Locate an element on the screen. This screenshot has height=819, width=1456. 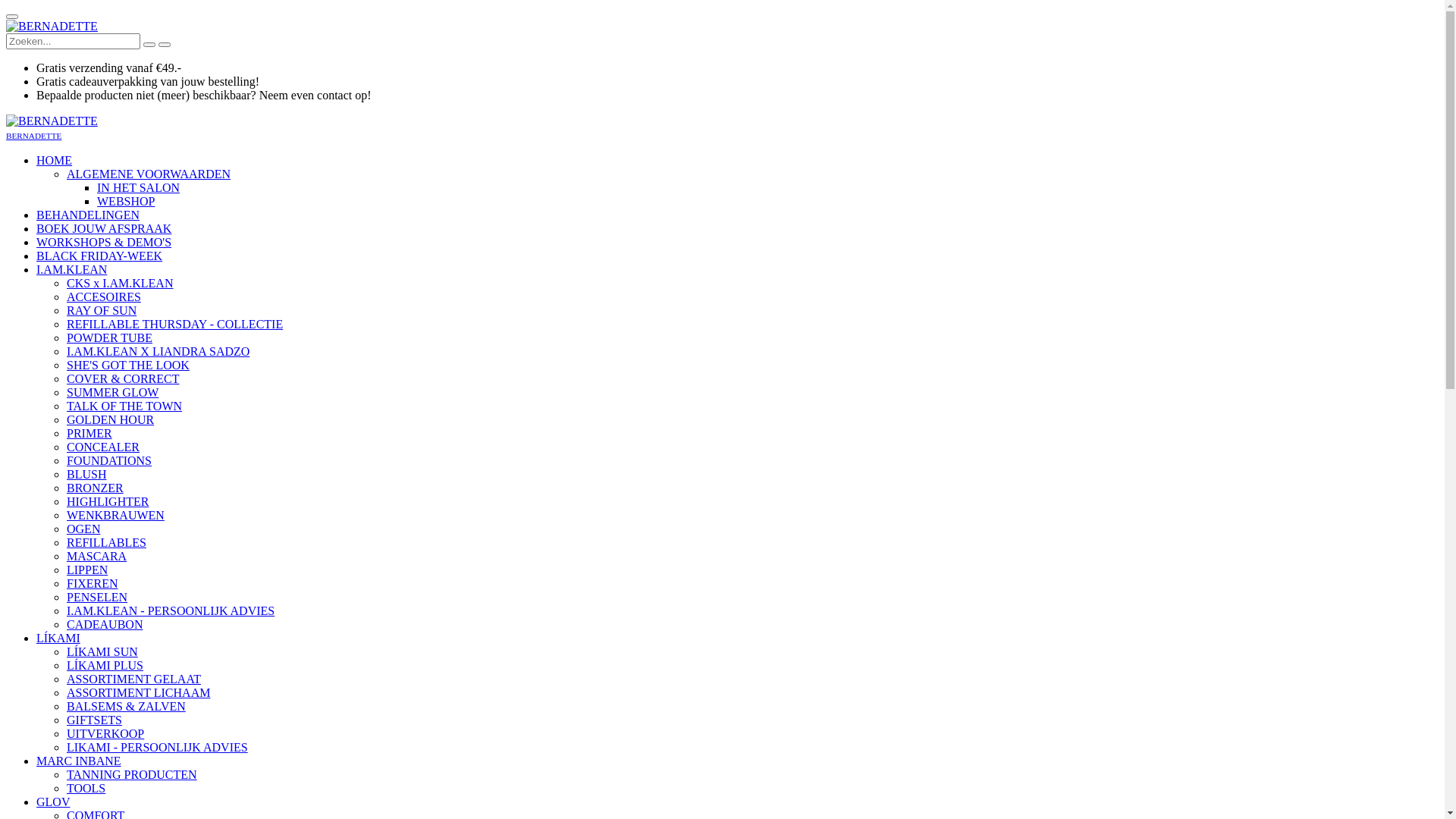
'GLOV' is located at coordinates (53, 801).